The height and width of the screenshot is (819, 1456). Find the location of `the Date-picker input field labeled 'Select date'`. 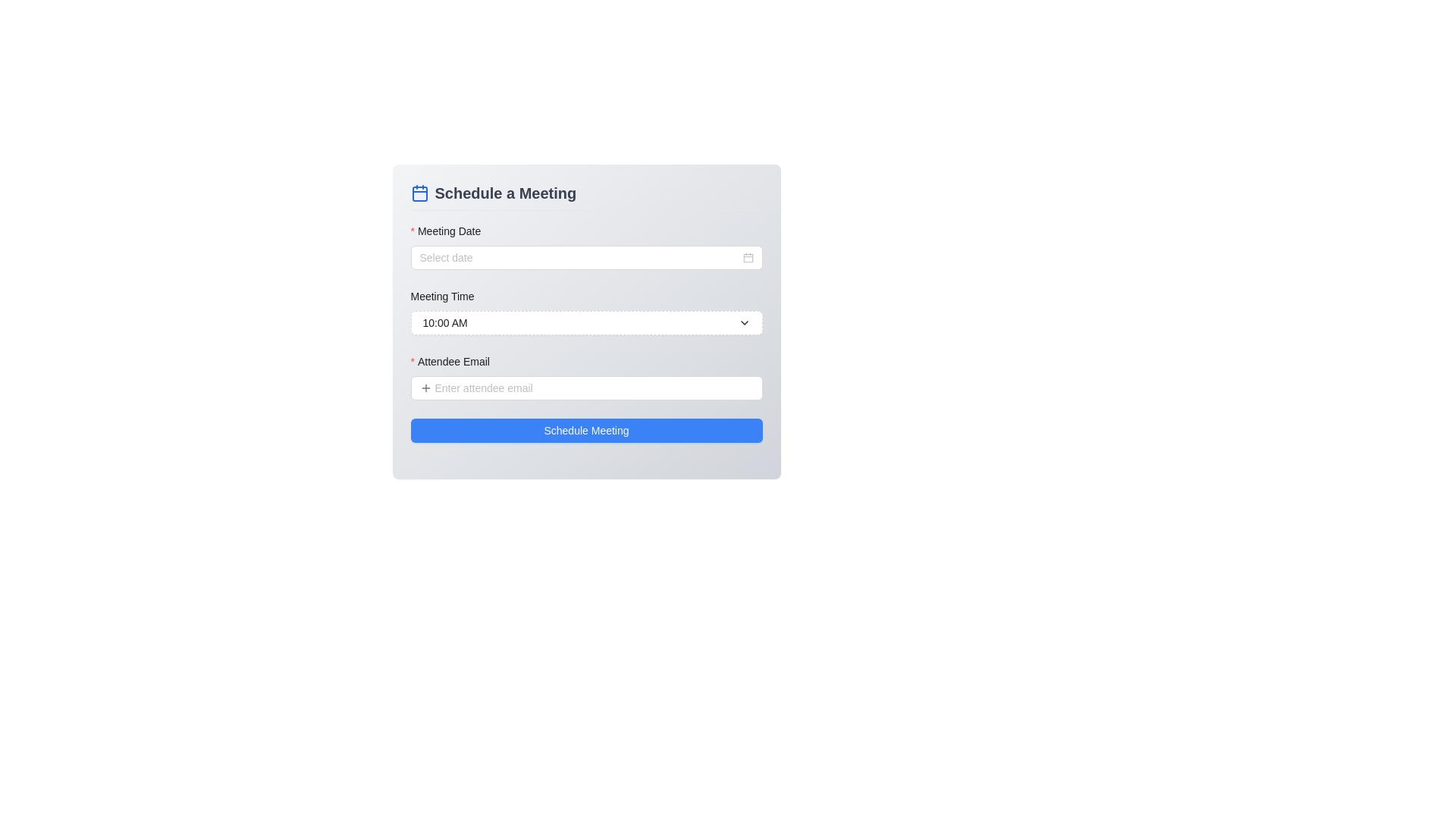

the Date-picker input field labeled 'Select date' is located at coordinates (585, 256).